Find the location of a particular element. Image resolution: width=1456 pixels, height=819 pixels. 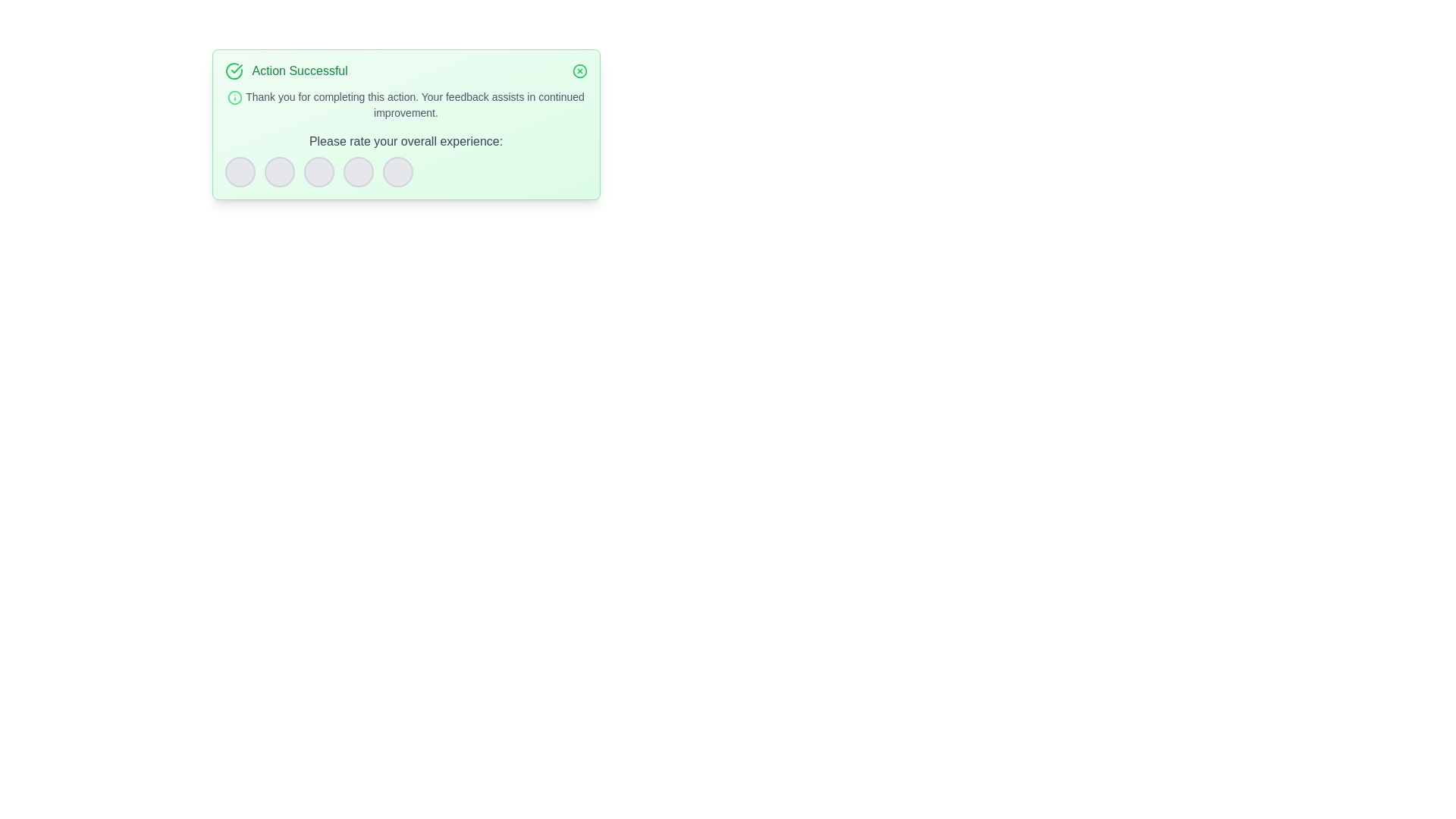

close button to dismiss the alert is located at coordinates (579, 71).